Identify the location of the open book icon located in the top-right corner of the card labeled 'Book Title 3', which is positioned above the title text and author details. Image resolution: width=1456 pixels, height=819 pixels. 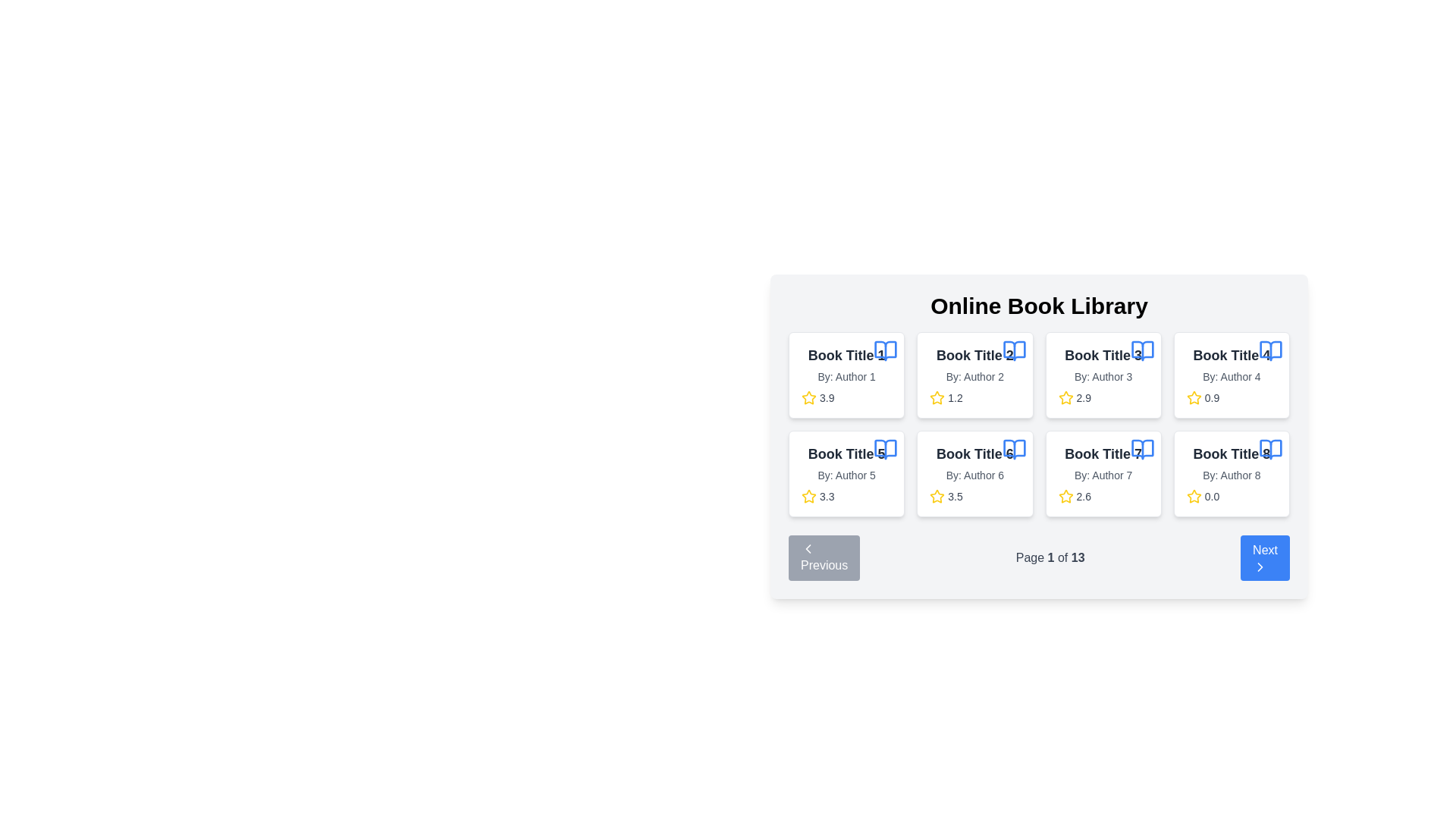
(1142, 350).